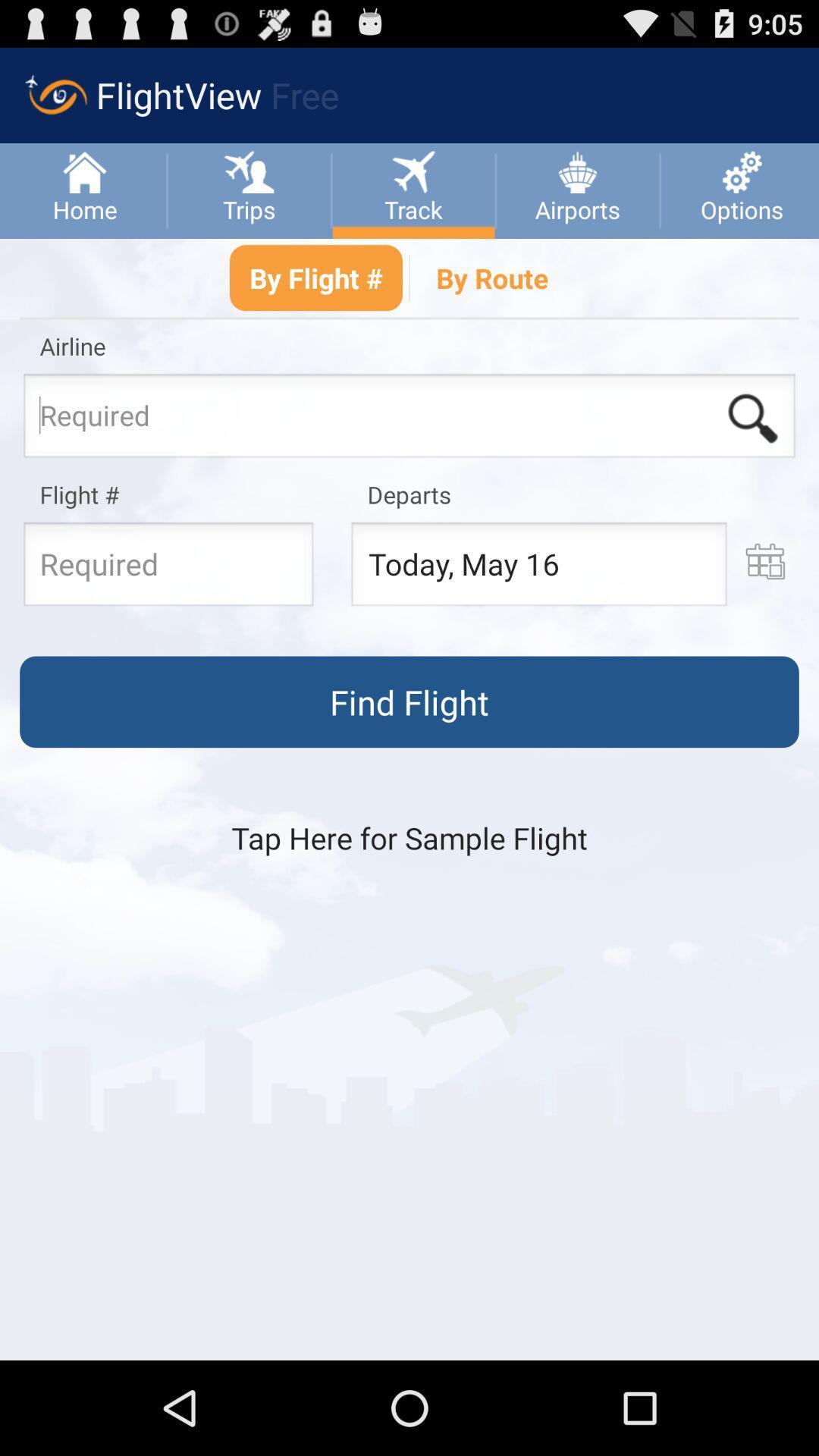  Describe the element at coordinates (409, 420) in the screenshot. I see `input an airline name` at that location.